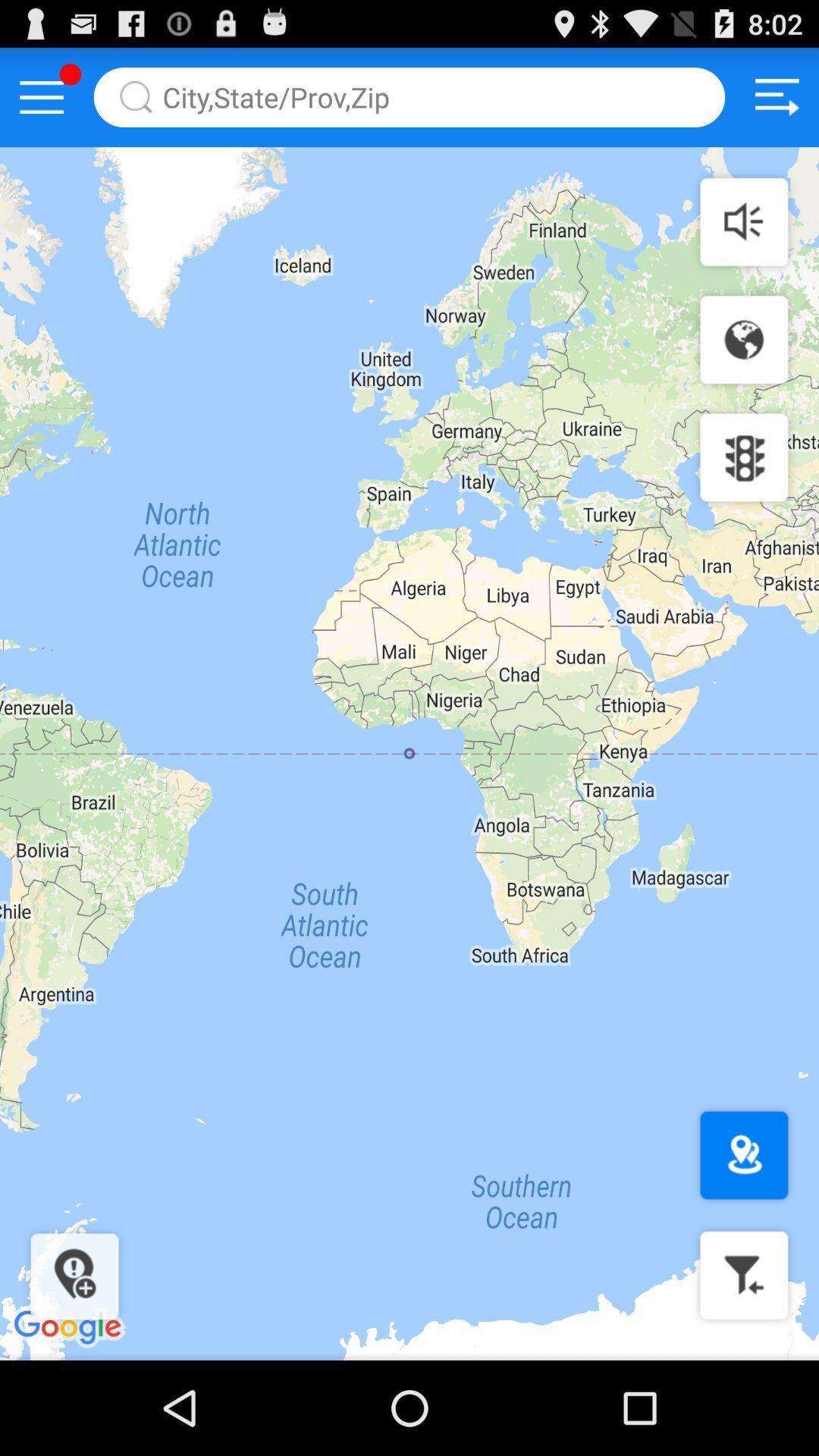  Describe the element at coordinates (743, 1274) in the screenshot. I see `filter the destination` at that location.